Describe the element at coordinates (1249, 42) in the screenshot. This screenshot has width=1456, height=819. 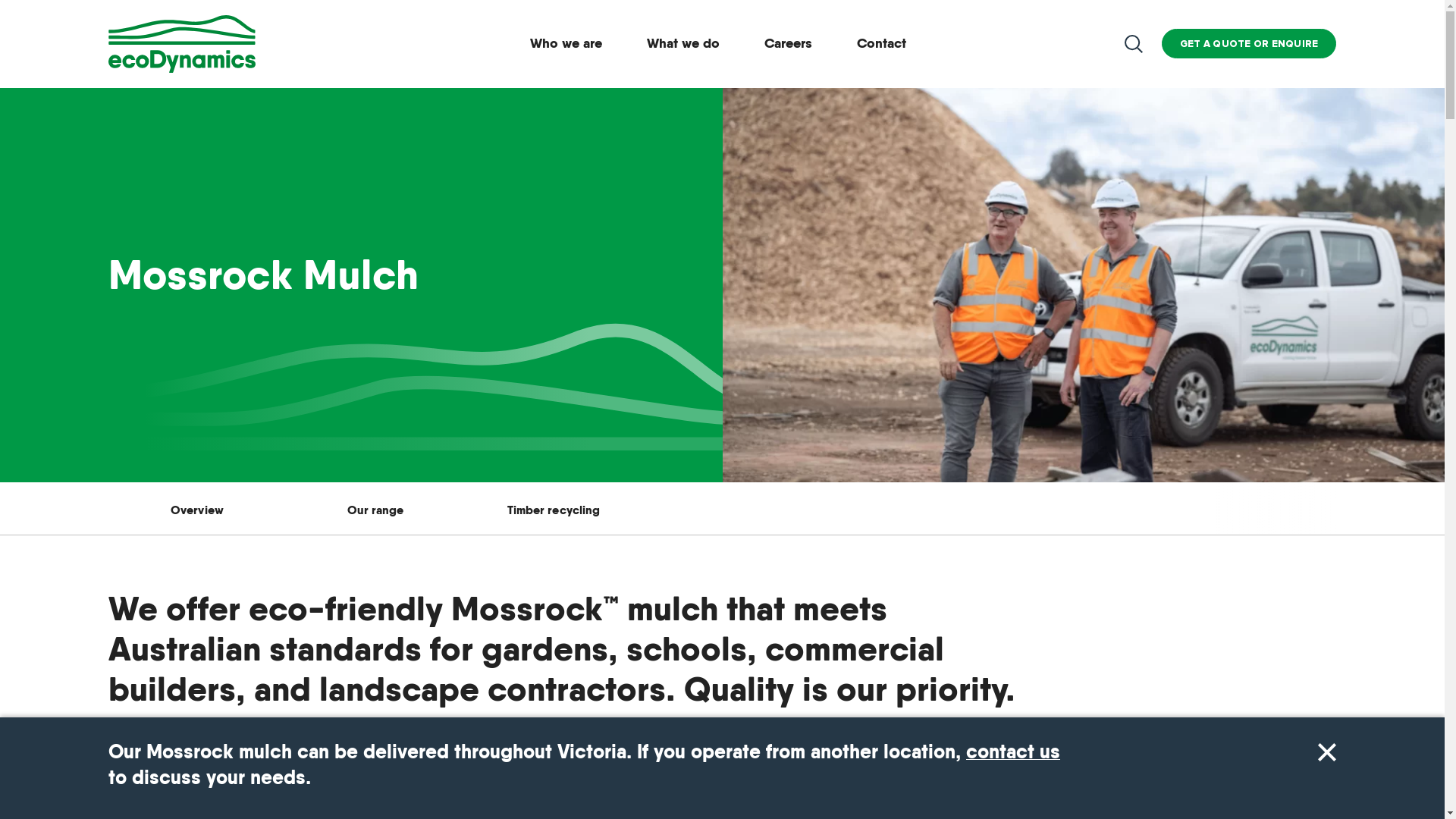
I see `'GET A QUOTE OR ENQUIRE'` at that location.